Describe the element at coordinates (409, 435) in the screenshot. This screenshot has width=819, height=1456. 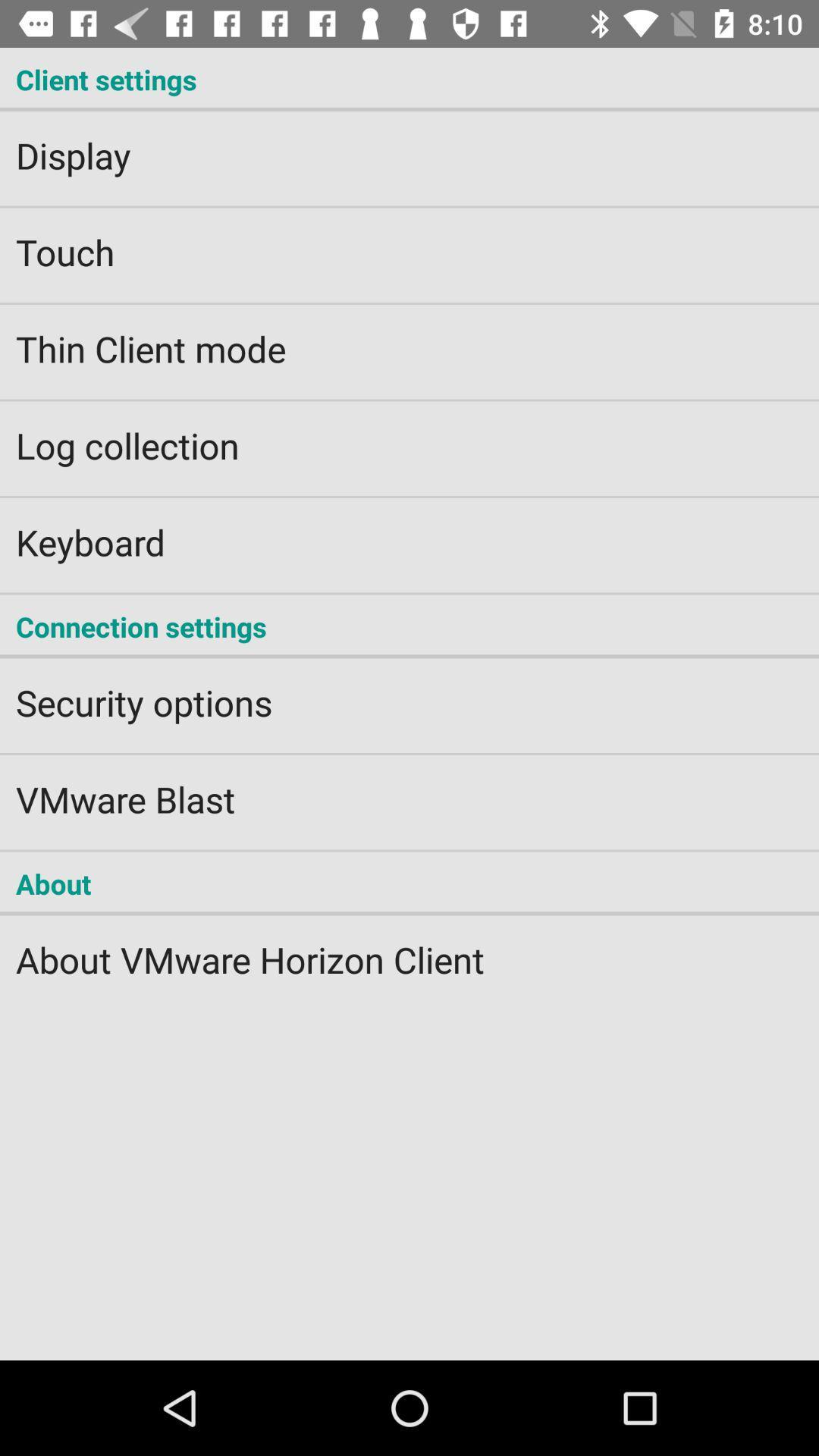
I see `the log collection app` at that location.